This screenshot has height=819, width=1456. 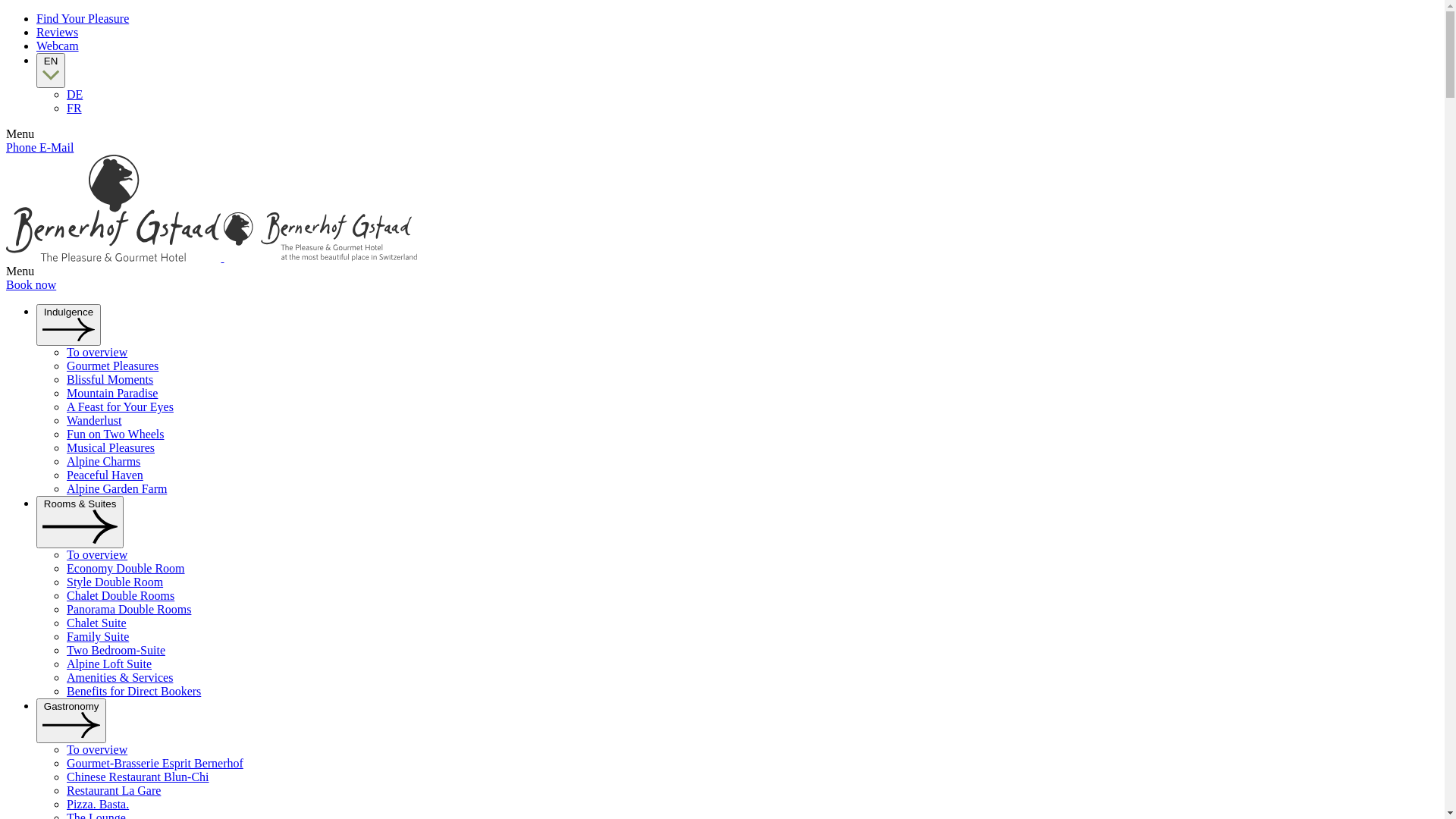 What do you see at coordinates (109, 447) in the screenshot?
I see `'Musical Pleasures'` at bounding box center [109, 447].